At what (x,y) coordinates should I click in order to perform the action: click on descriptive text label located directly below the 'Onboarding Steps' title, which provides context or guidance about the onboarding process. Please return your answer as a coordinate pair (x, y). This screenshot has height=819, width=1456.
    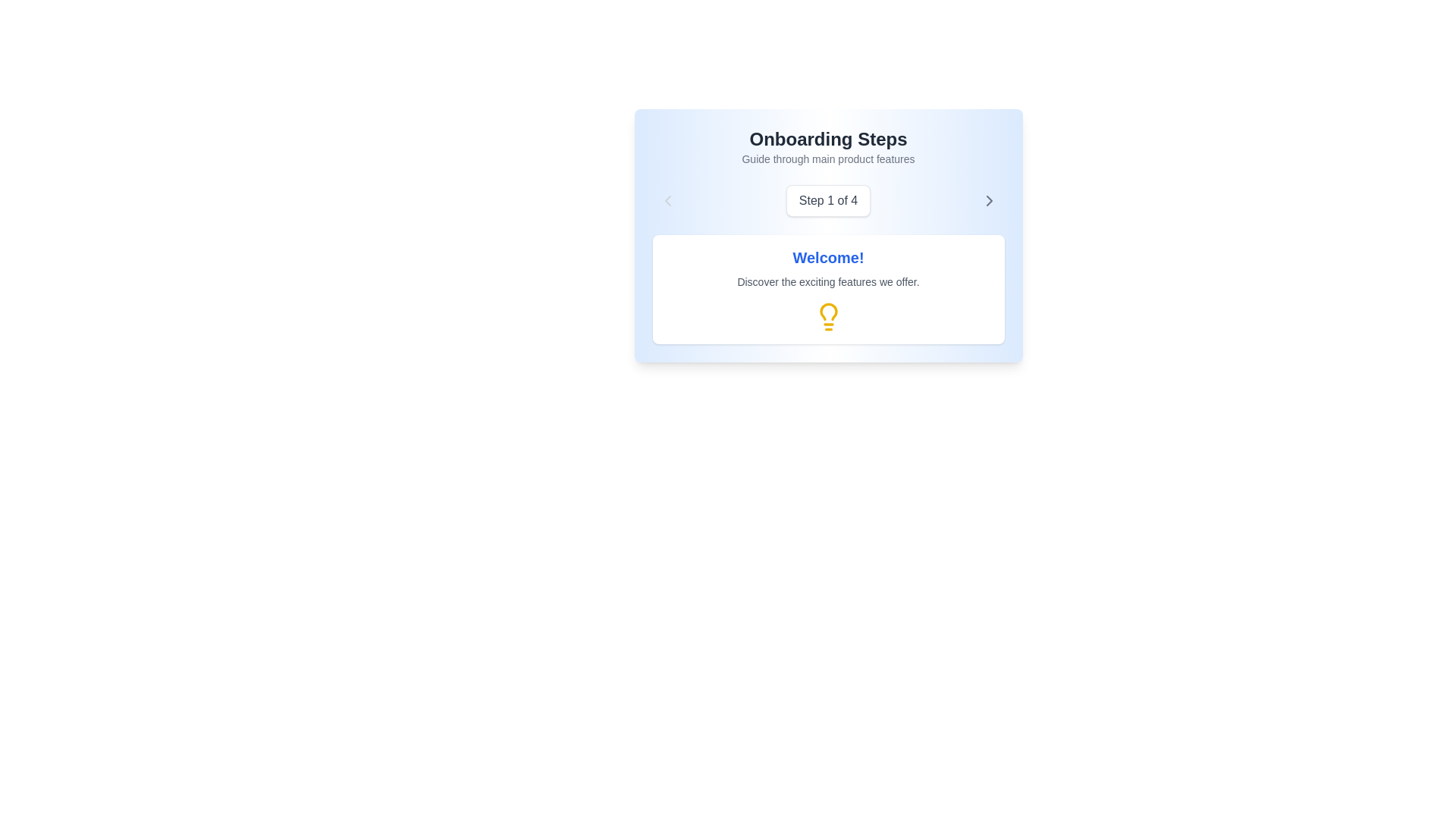
    Looking at the image, I should click on (827, 158).